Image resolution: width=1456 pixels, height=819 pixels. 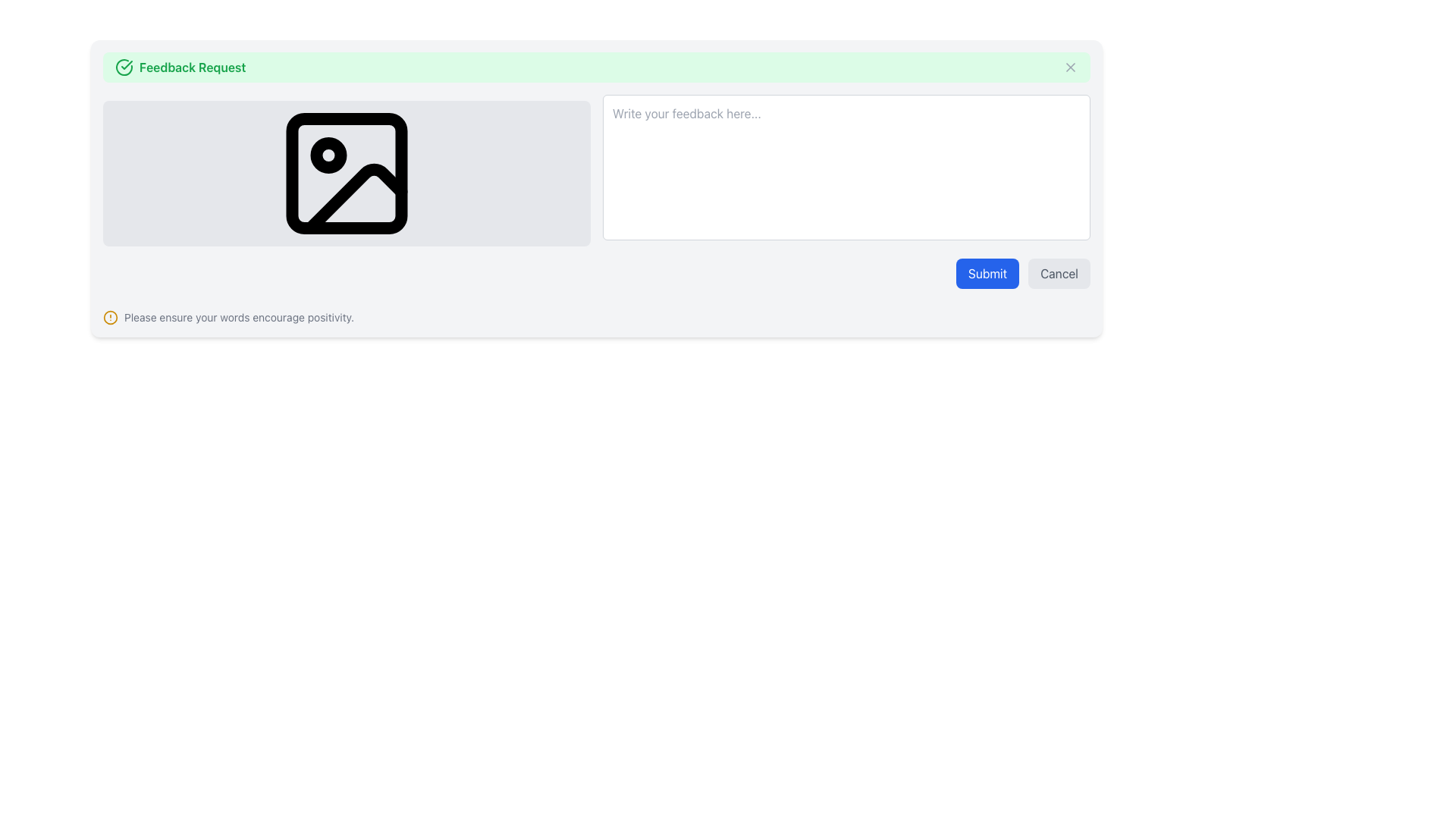 What do you see at coordinates (124, 66) in the screenshot?
I see `the success icon located at the leftmost side of the row containing the text 'Feedback Request'` at bounding box center [124, 66].